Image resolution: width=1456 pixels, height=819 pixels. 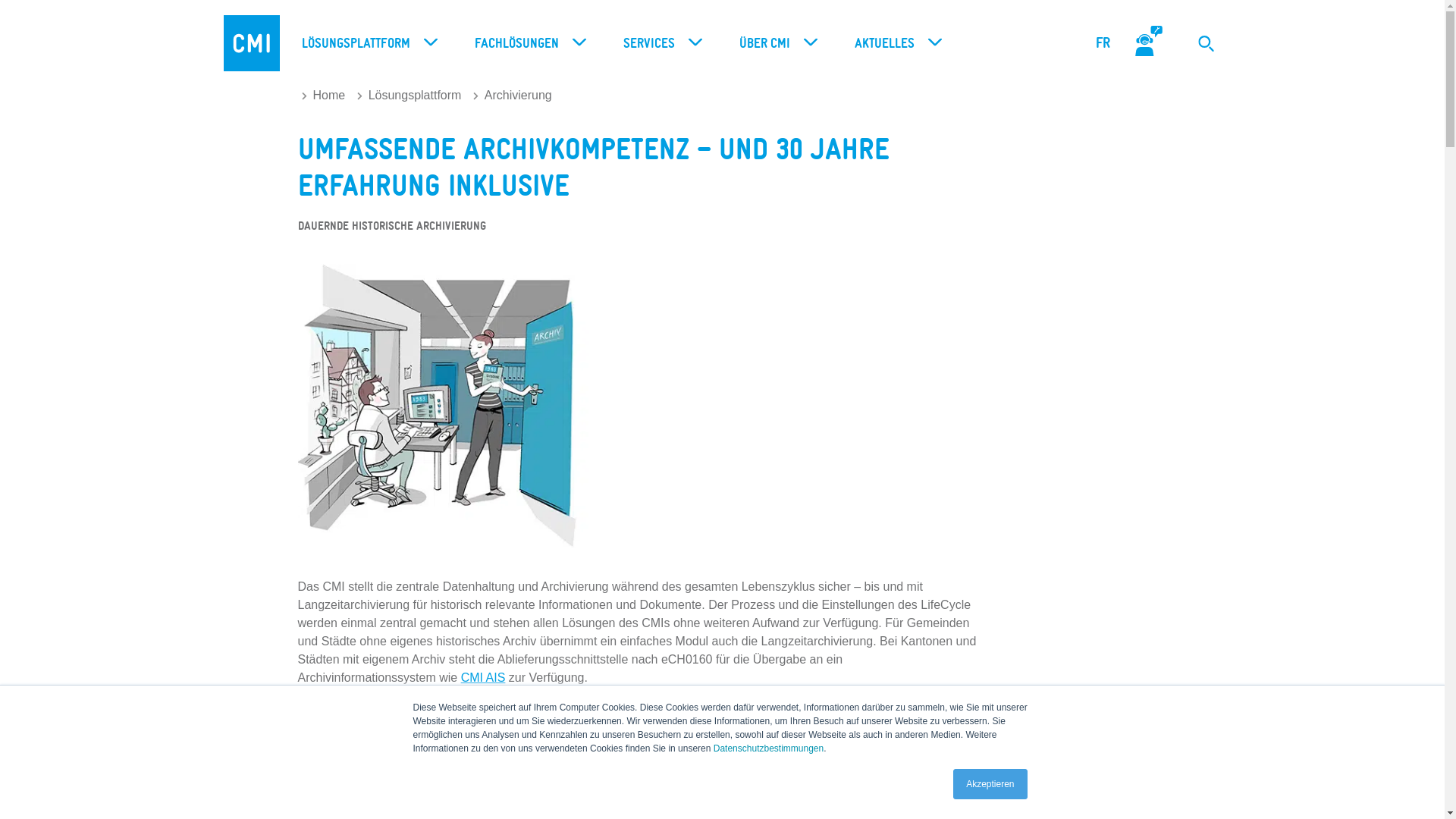 I want to click on 'Home', so click(x=302, y=95).